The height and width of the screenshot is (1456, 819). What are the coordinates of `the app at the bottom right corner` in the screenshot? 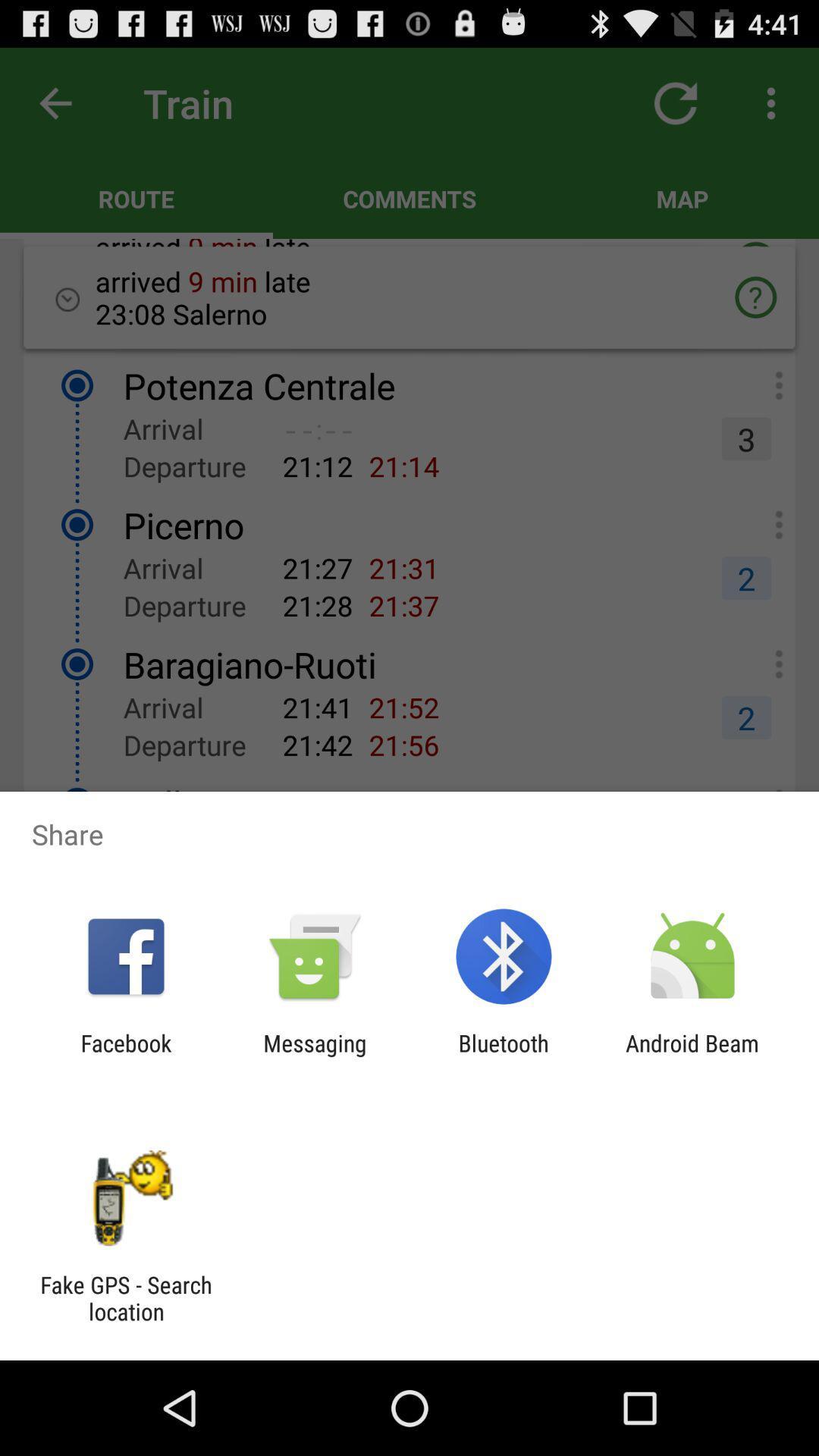 It's located at (692, 1056).